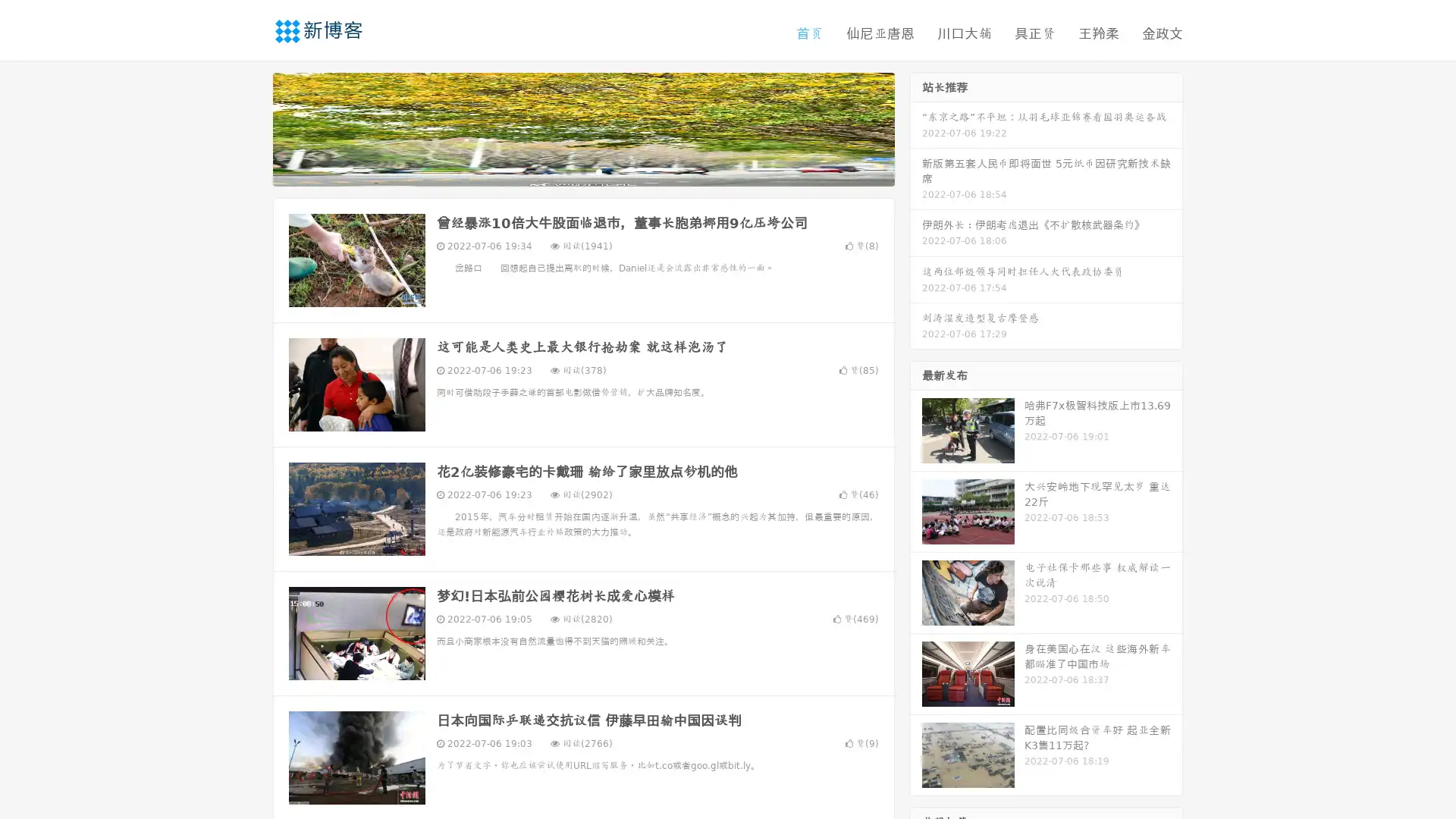 The image size is (1456, 819). What do you see at coordinates (567, 171) in the screenshot?
I see `Go to slide 1` at bounding box center [567, 171].